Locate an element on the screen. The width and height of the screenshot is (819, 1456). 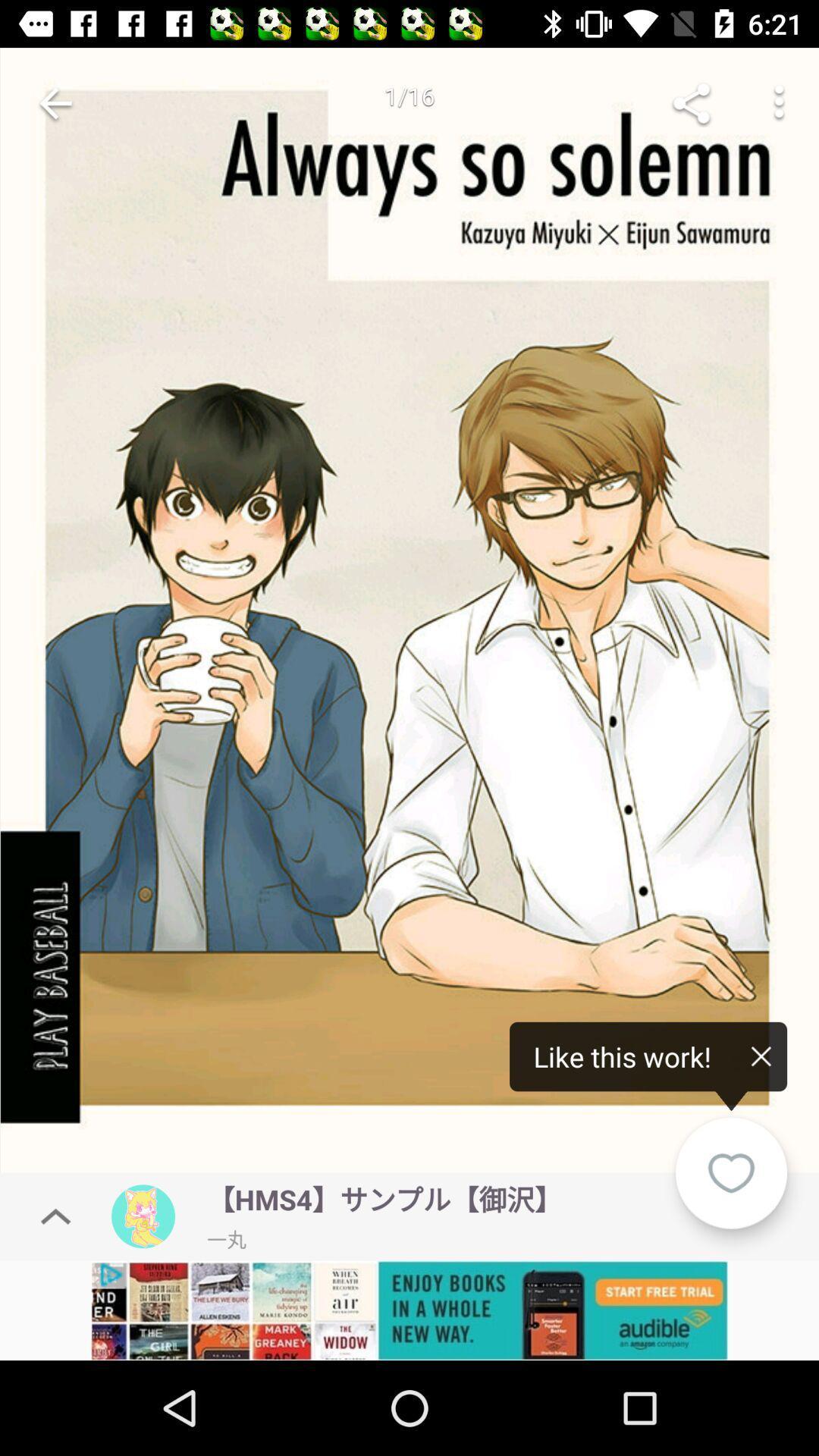
go back is located at coordinates (55, 102).